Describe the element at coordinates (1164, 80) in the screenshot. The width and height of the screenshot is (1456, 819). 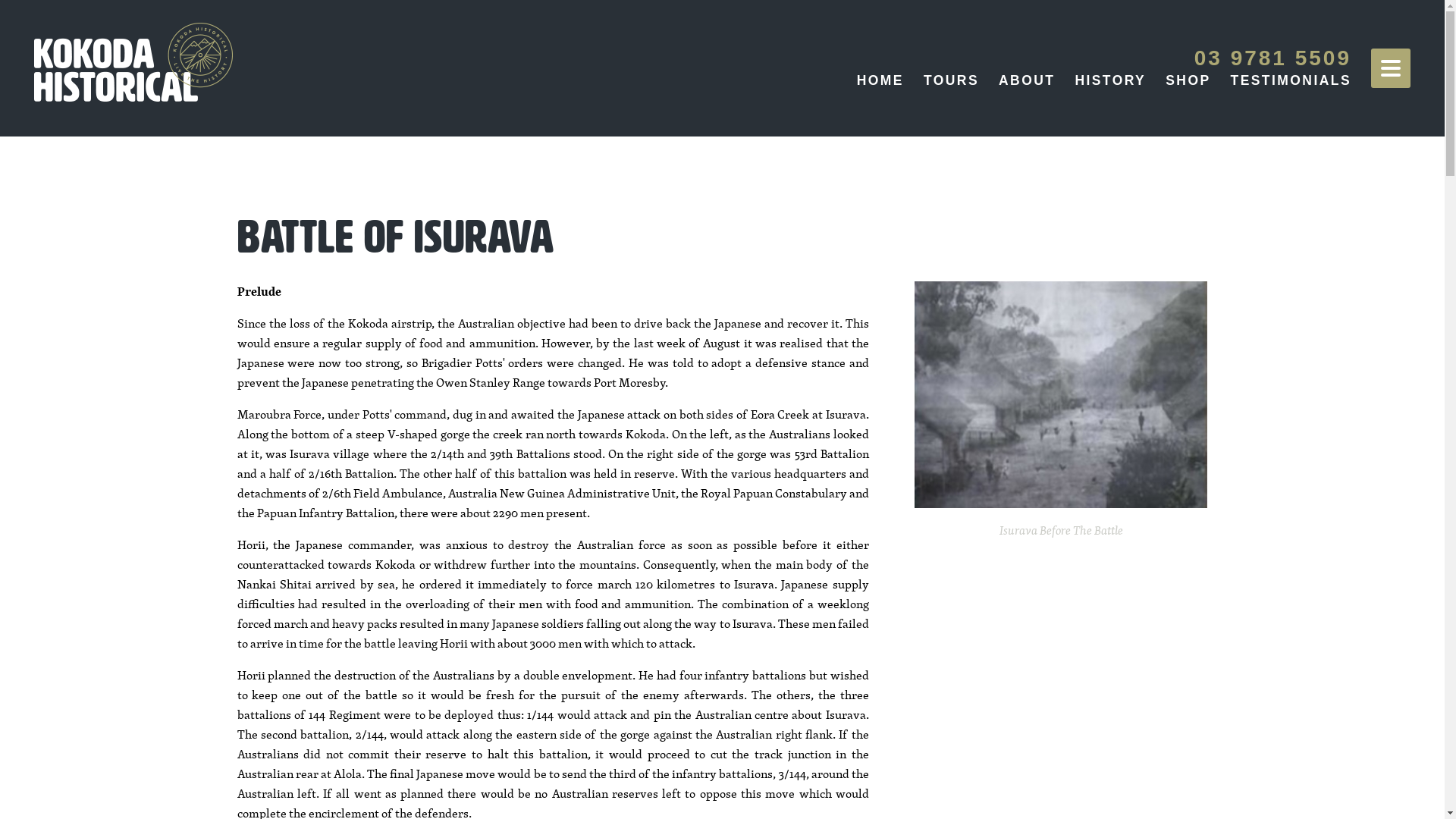
I see `'SHOP'` at that location.